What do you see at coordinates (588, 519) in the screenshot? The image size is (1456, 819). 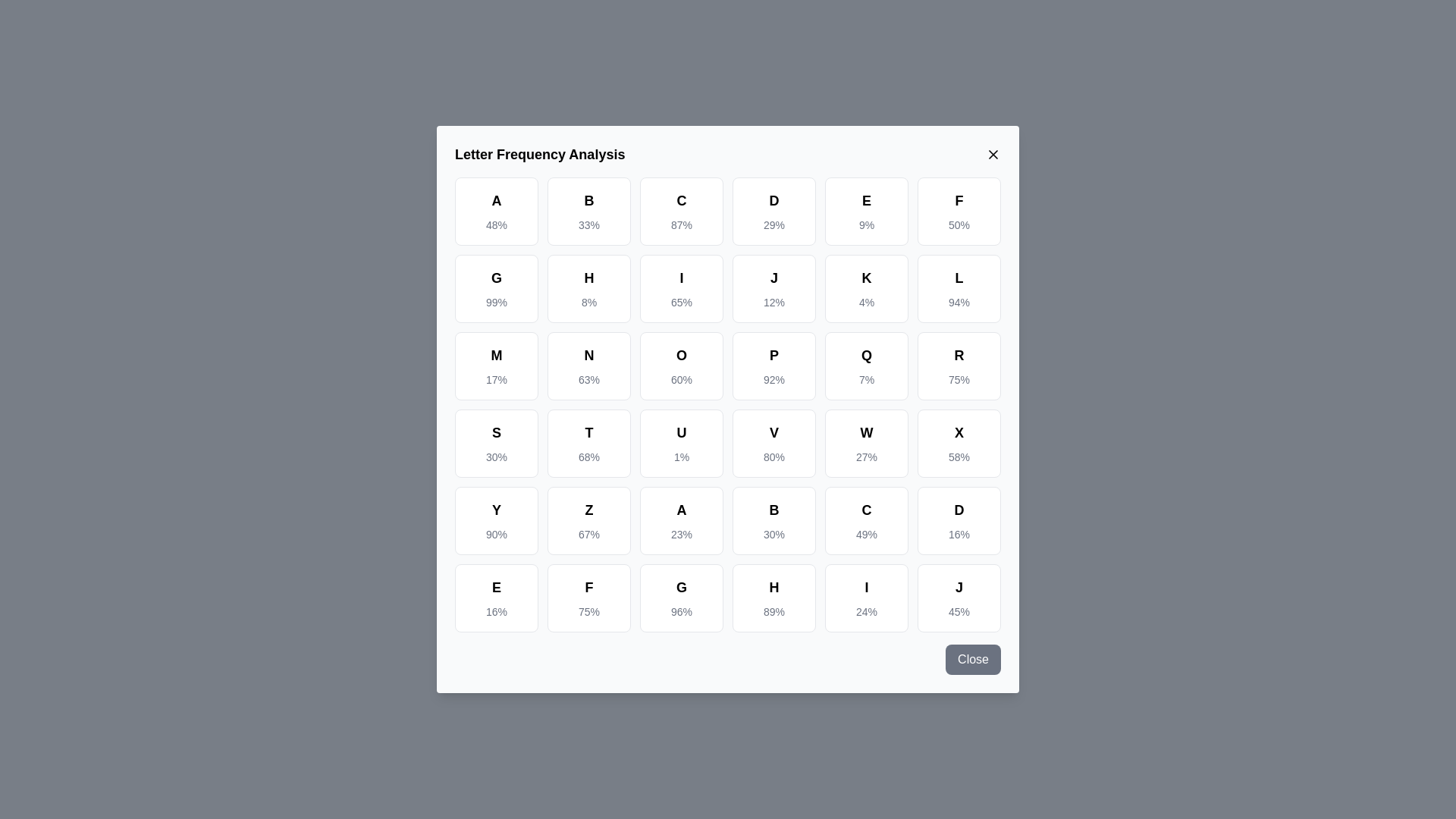 I see `the letter cell corresponding to Z` at bounding box center [588, 519].